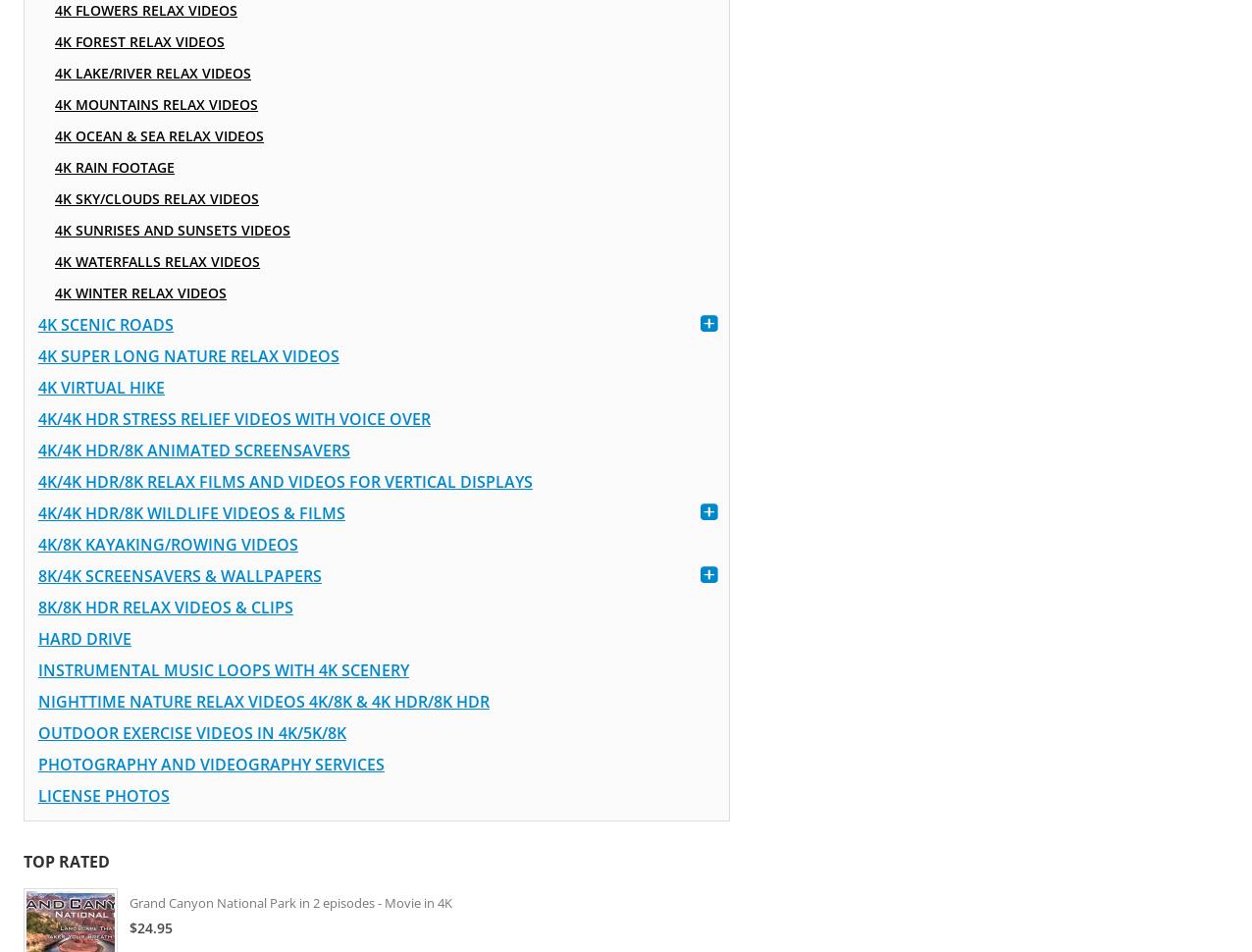  I want to click on '4K/4K HDR/8K Wildlife Videos & Films', so click(189, 513).